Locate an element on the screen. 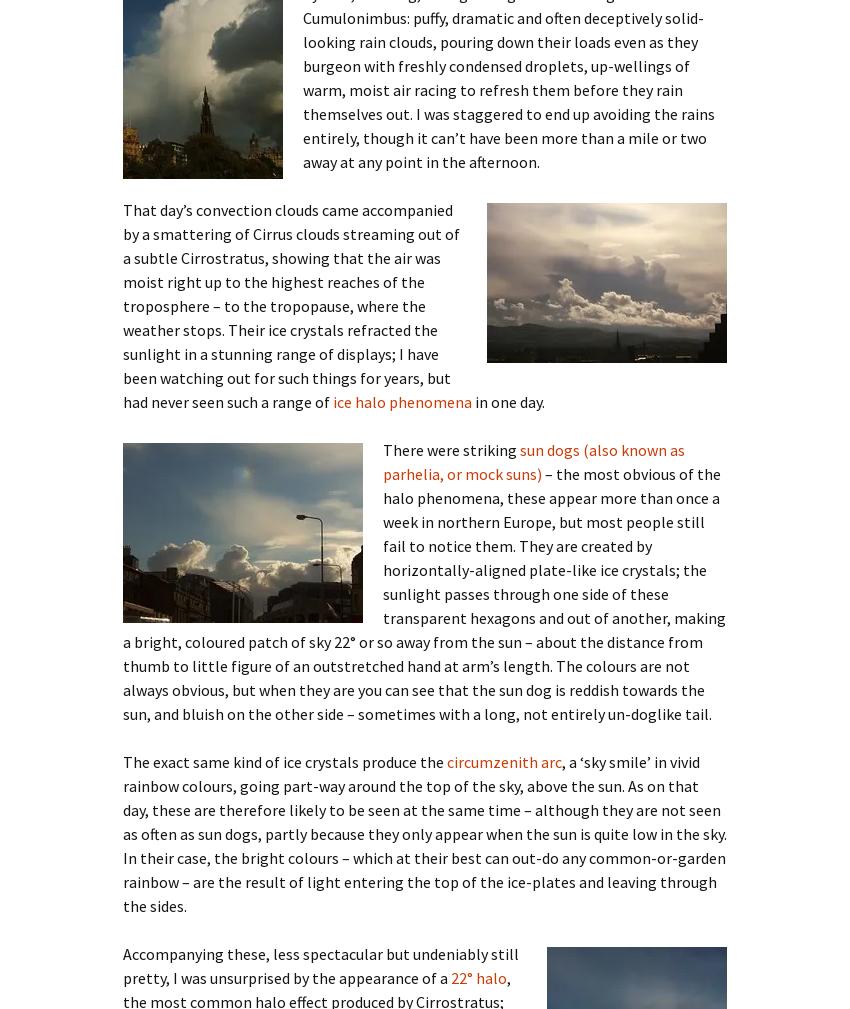 The image size is (850, 1009). 'circumzenith arc' is located at coordinates (504, 760).